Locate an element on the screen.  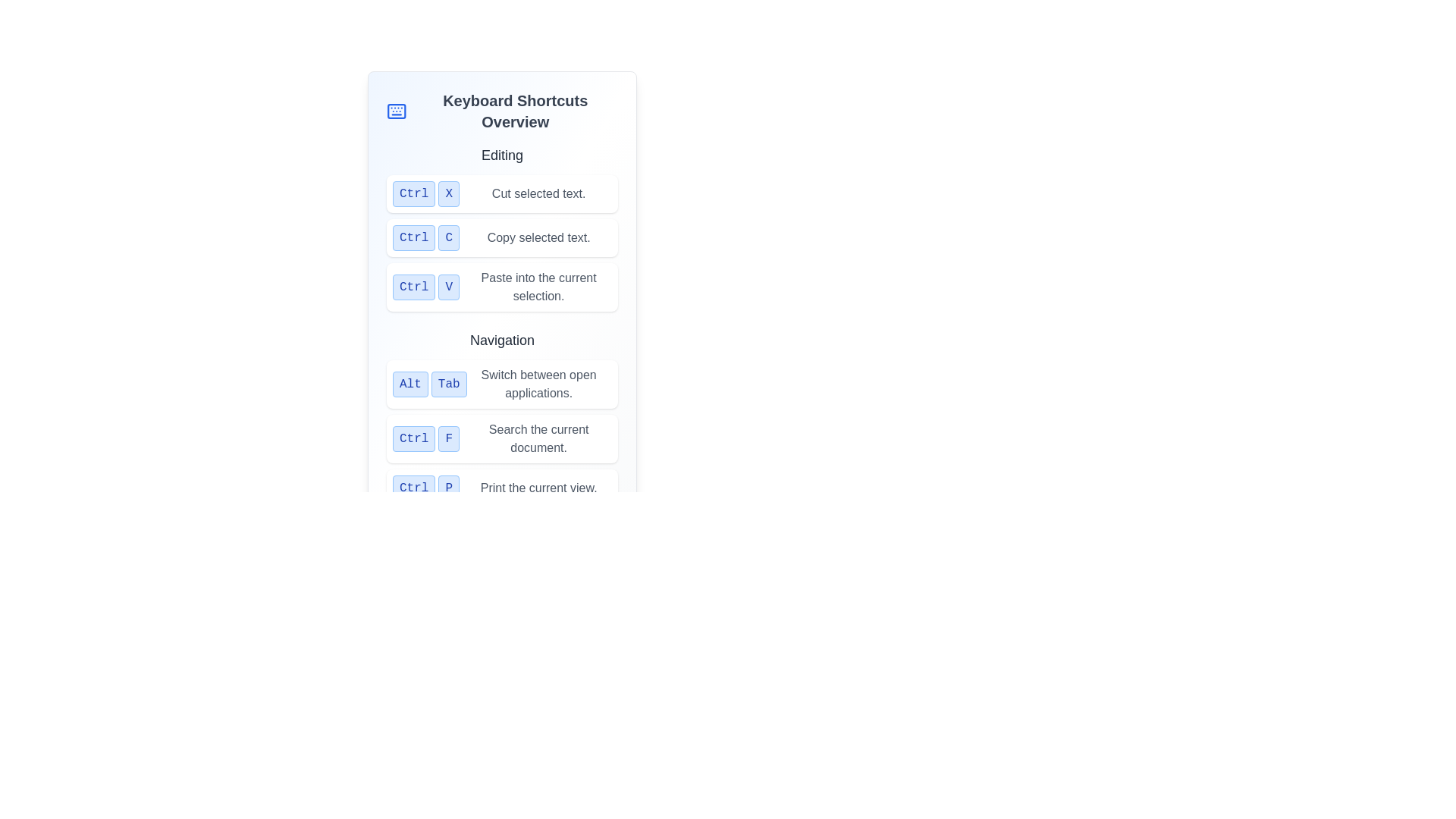
the Information panel that displays the keyboard shortcut 'Ctrl + F' for searching the current document, located in the second row of the Navigation section is located at coordinates (502, 438).